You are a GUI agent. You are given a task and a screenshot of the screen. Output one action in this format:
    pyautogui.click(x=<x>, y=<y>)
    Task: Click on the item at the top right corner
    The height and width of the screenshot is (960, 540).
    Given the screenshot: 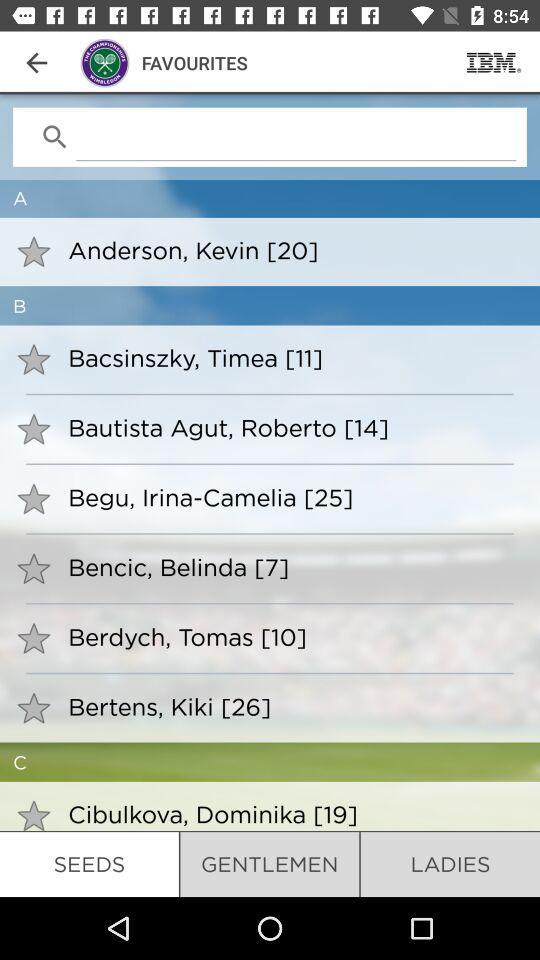 What is the action you would take?
    pyautogui.click(x=493, y=62)
    